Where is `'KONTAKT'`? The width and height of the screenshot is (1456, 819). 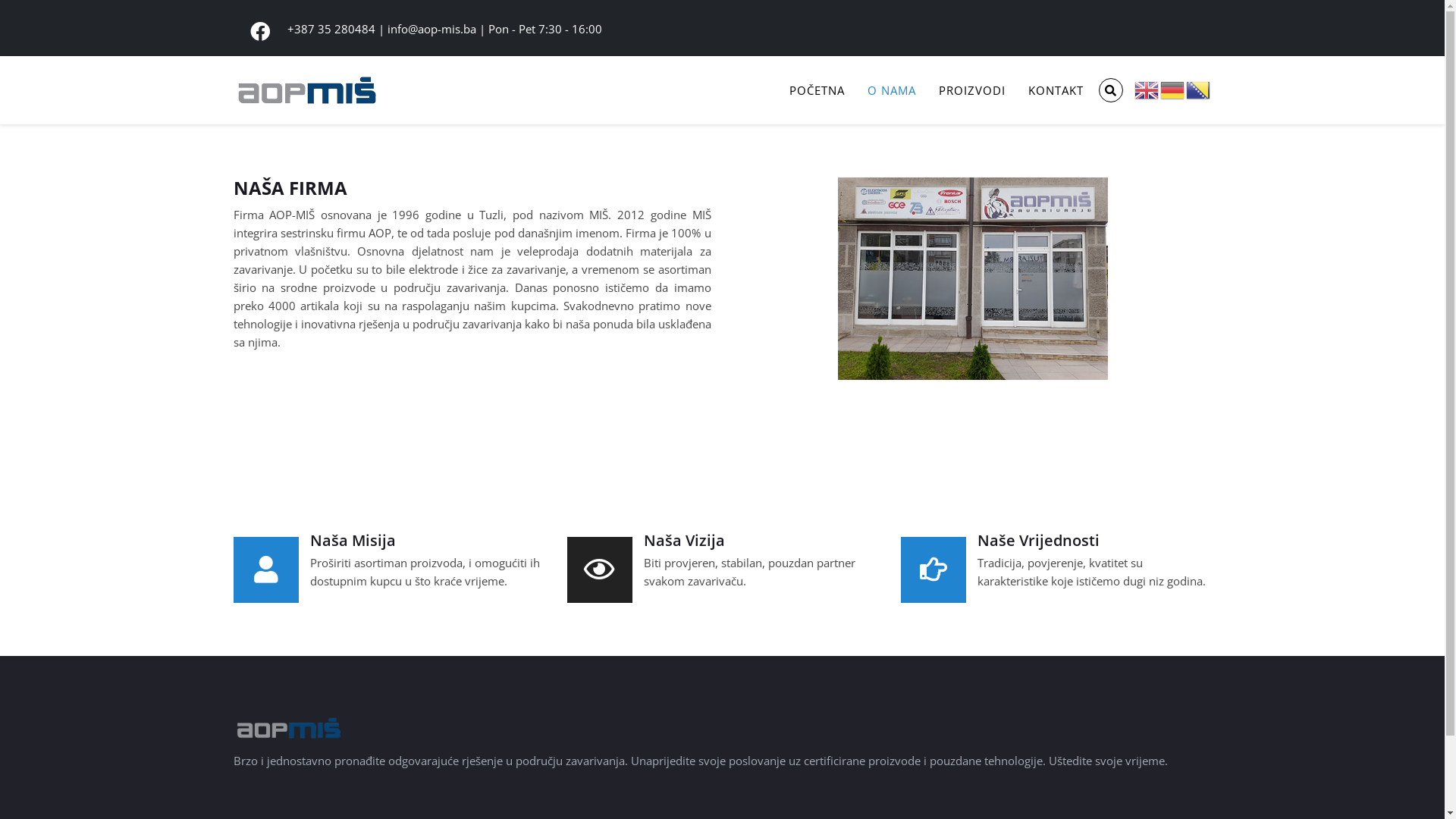 'KONTAKT' is located at coordinates (1015, 90).